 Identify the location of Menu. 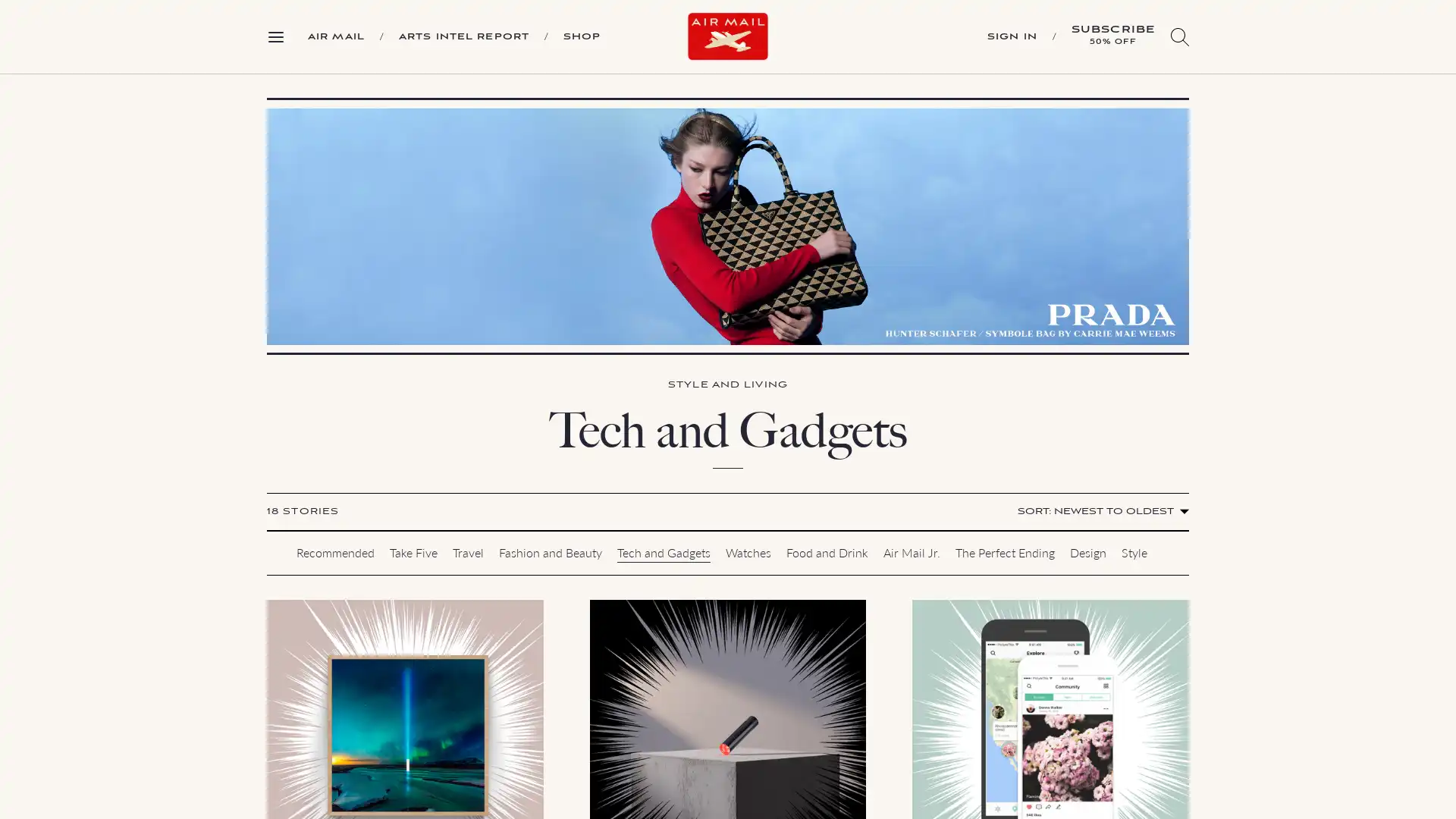
(281, 35).